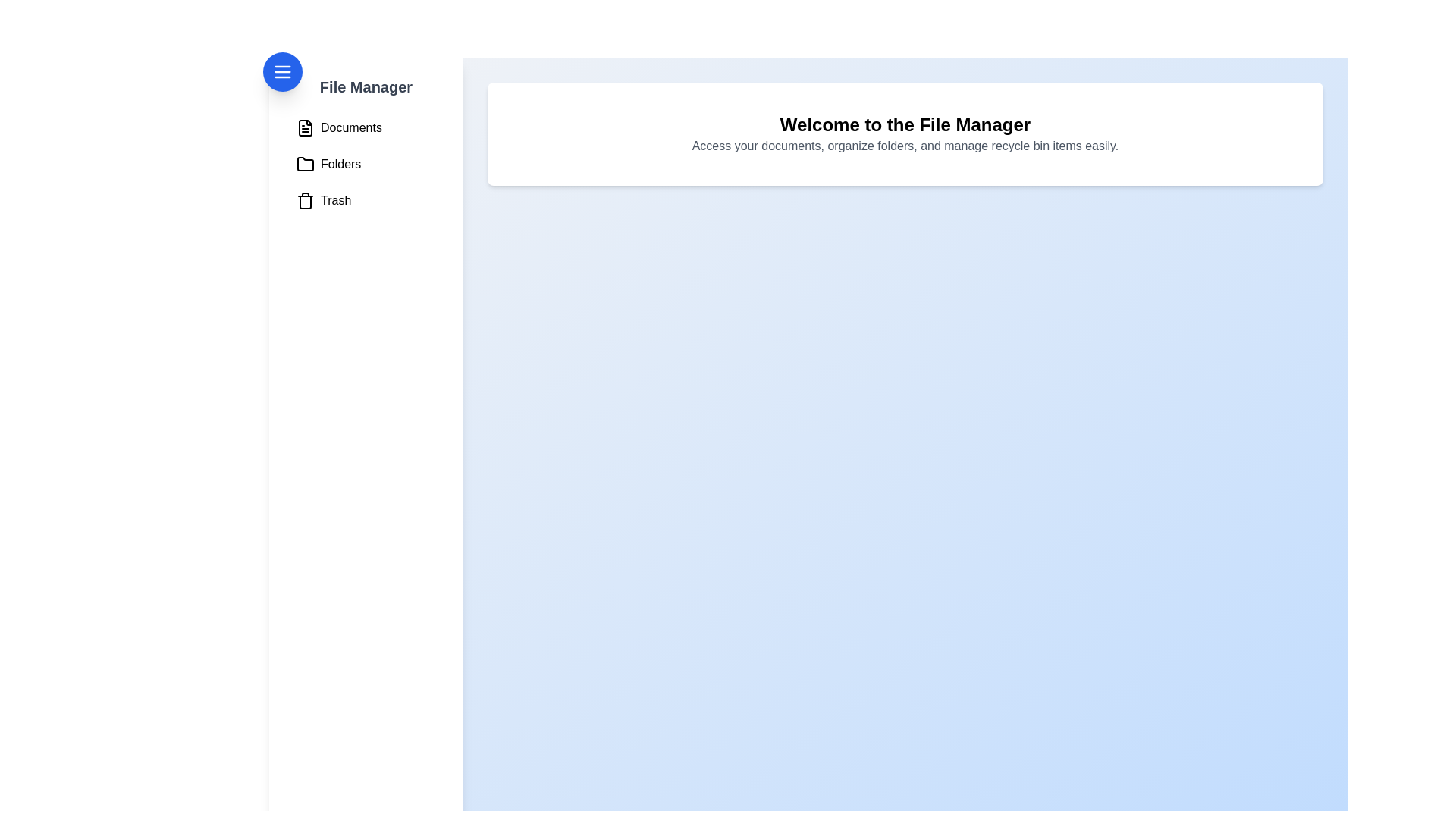 This screenshot has width=1456, height=819. What do you see at coordinates (283, 72) in the screenshot?
I see `menu button to toggle the visibility of the drawer` at bounding box center [283, 72].